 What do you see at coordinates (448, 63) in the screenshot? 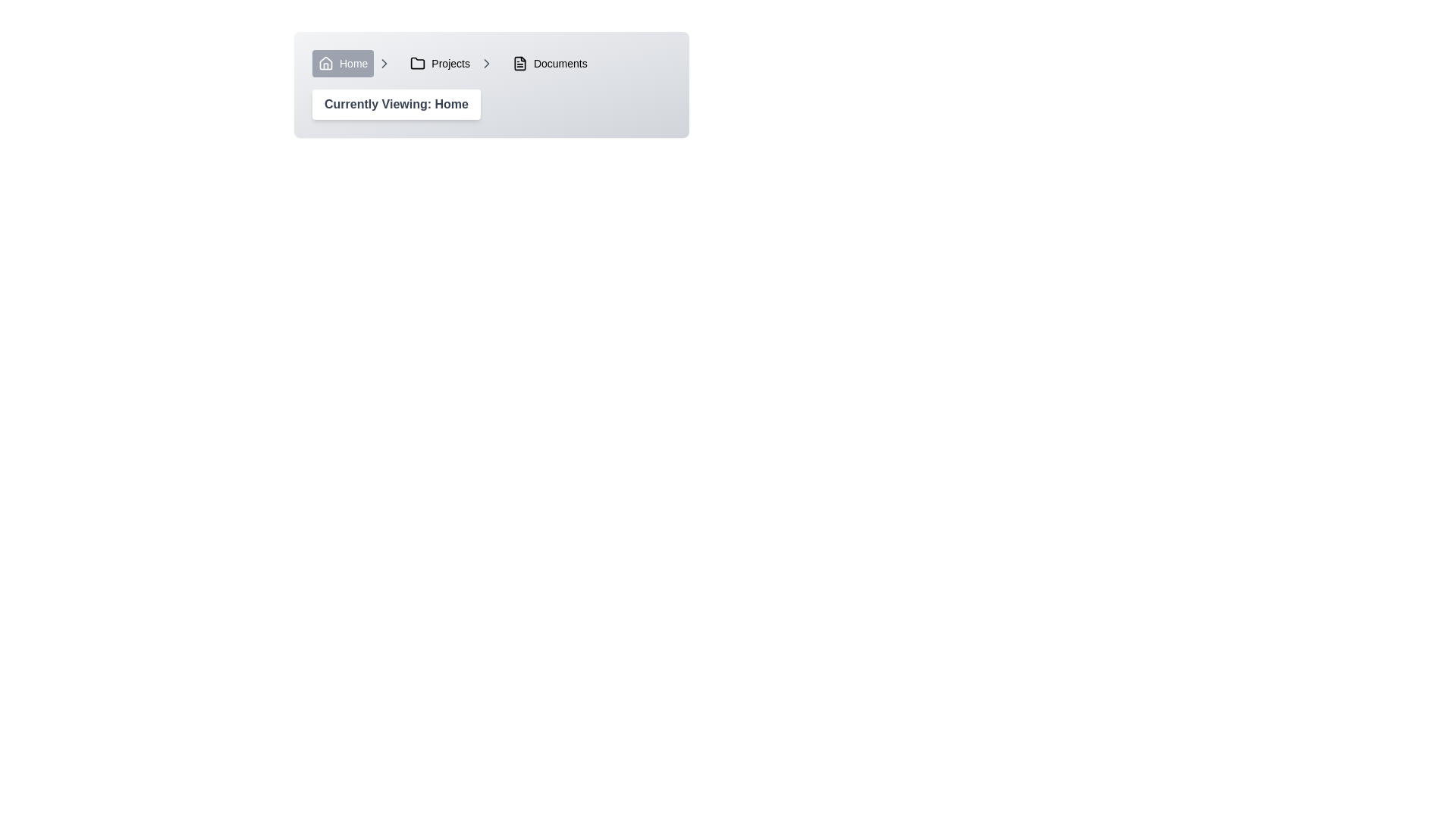
I see `the clickable navigation item labeled 'Projects' in the breadcrumb navigation bar` at bounding box center [448, 63].